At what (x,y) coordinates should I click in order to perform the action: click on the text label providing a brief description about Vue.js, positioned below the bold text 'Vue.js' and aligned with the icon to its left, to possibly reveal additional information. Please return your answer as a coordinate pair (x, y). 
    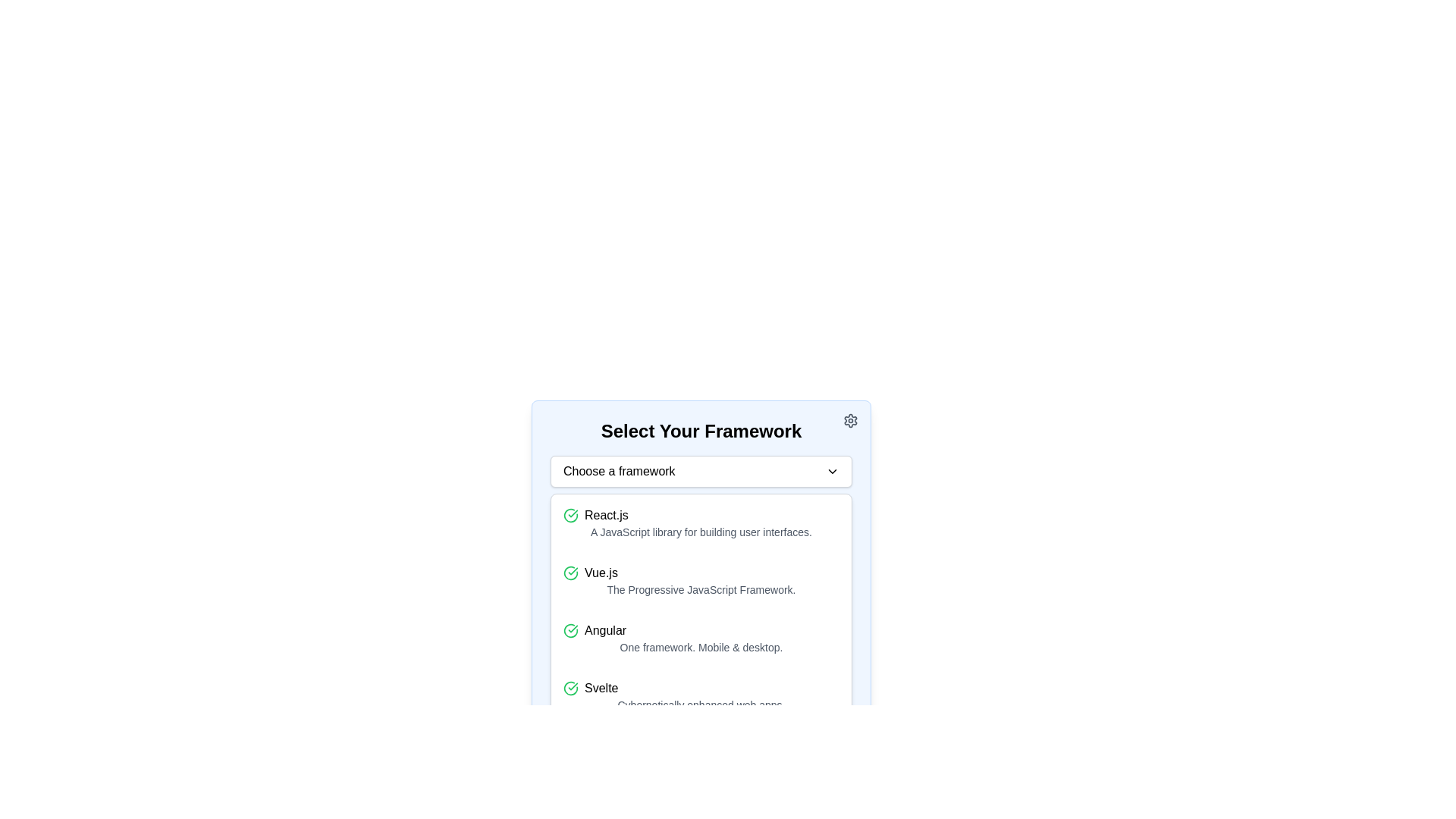
    Looking at the image, I should click on (701, 589).